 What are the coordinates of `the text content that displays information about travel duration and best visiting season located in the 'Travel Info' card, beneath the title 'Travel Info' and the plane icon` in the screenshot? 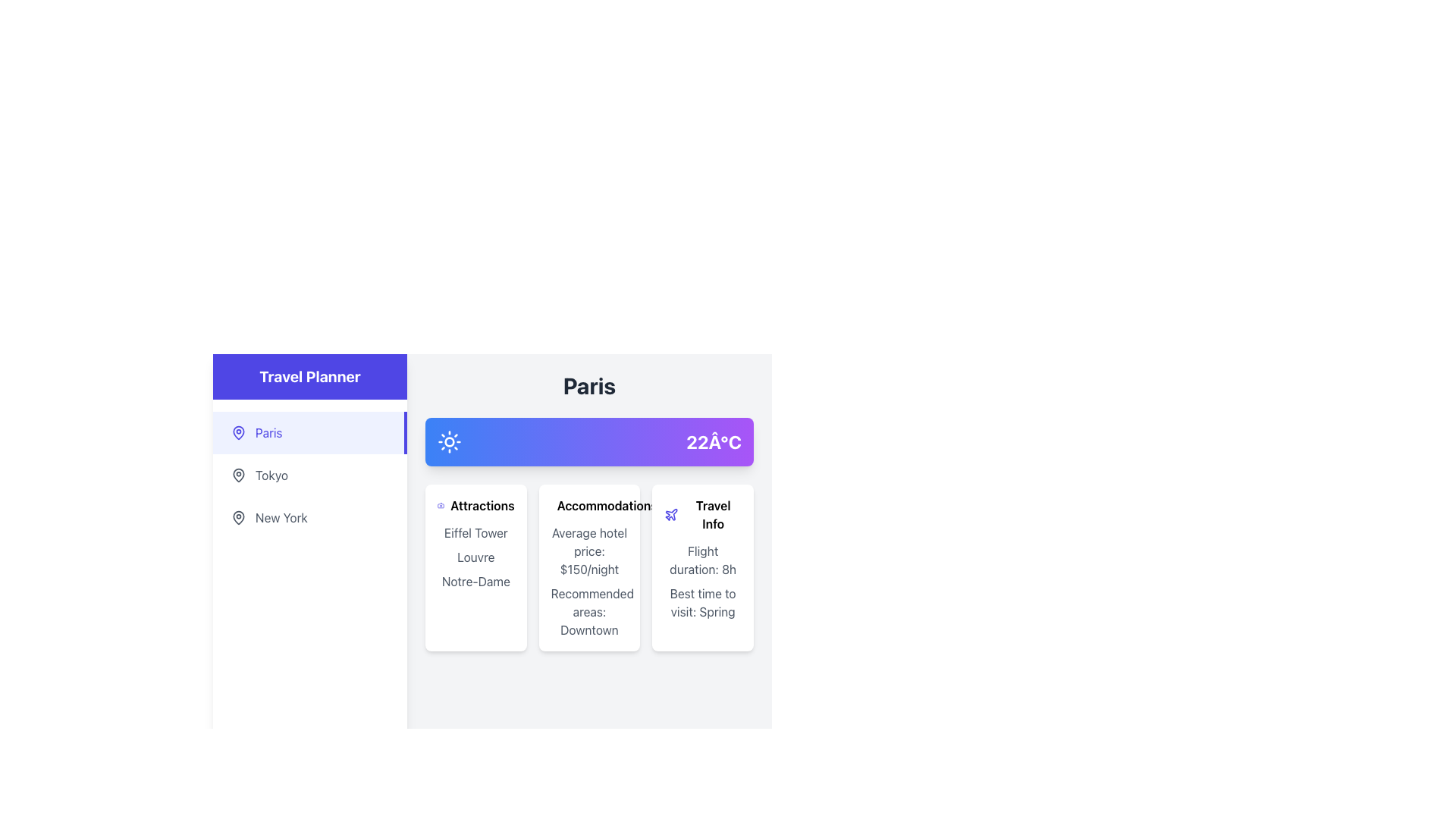 It's located at (702, 581).